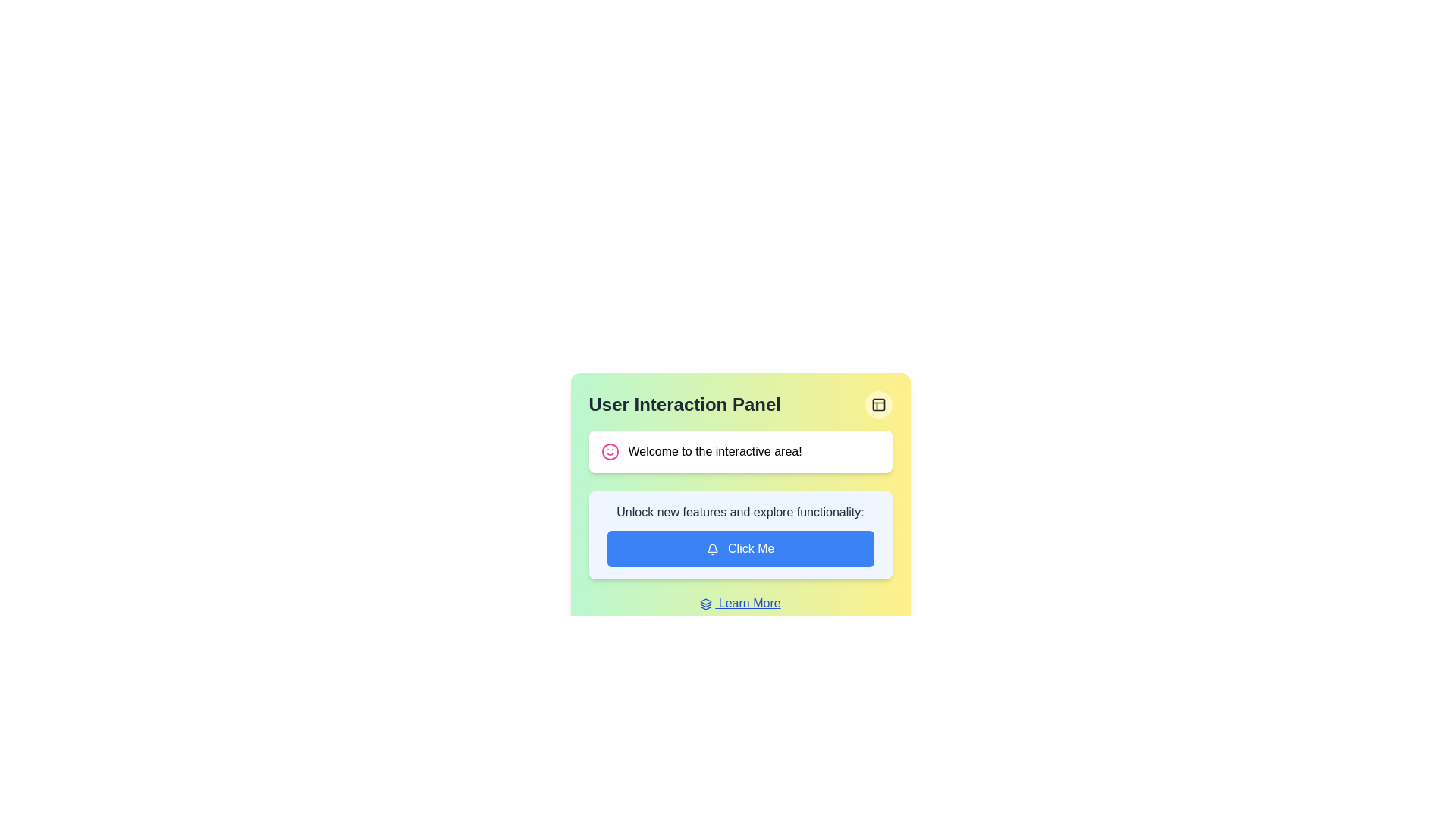 The image size is (1456, 819). I want to click on the bell icon located on the left side of the blue 'Click Me' button in the user interaction panel, so click(711, 549).